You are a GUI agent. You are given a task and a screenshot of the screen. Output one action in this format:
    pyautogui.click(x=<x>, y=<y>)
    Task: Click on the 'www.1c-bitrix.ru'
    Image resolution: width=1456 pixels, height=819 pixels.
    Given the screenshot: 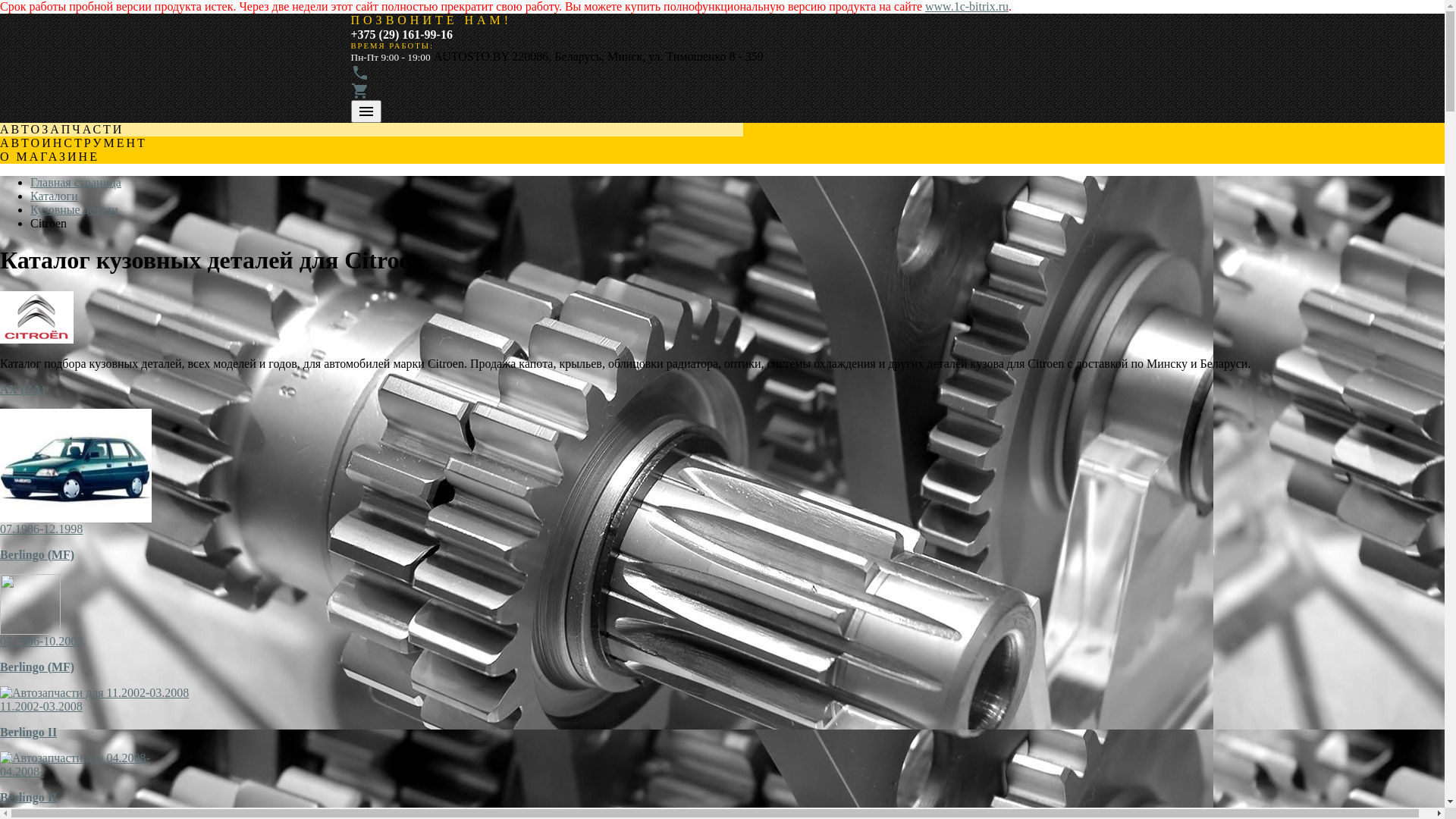 What is the action you would take?
    pyautogui.click(x=966, y=6)
    